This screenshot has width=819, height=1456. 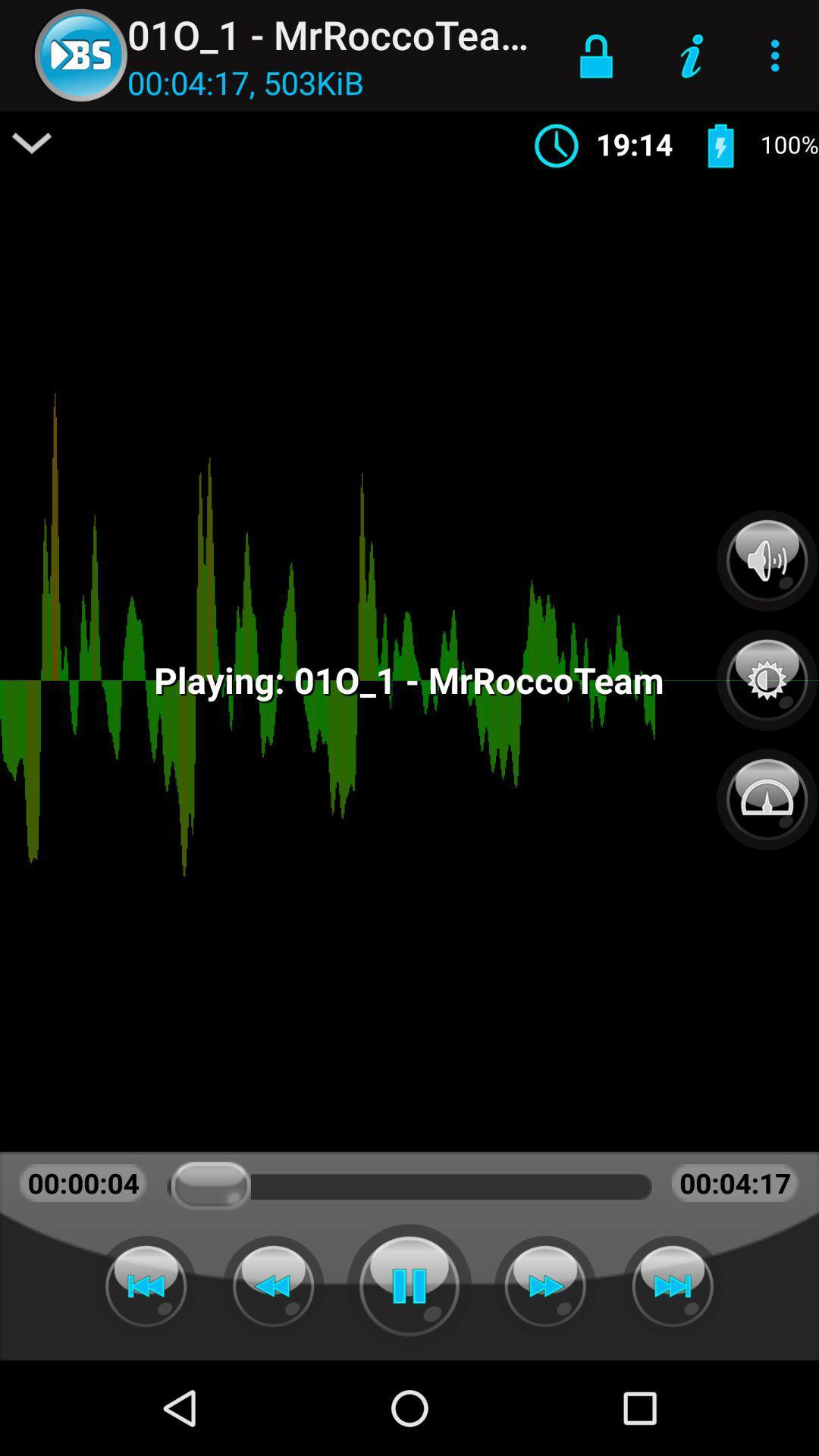 What do you see at coordinates (767, 560) in the screenshot?
I see `volume settings option` at bounding box center [767, 560].